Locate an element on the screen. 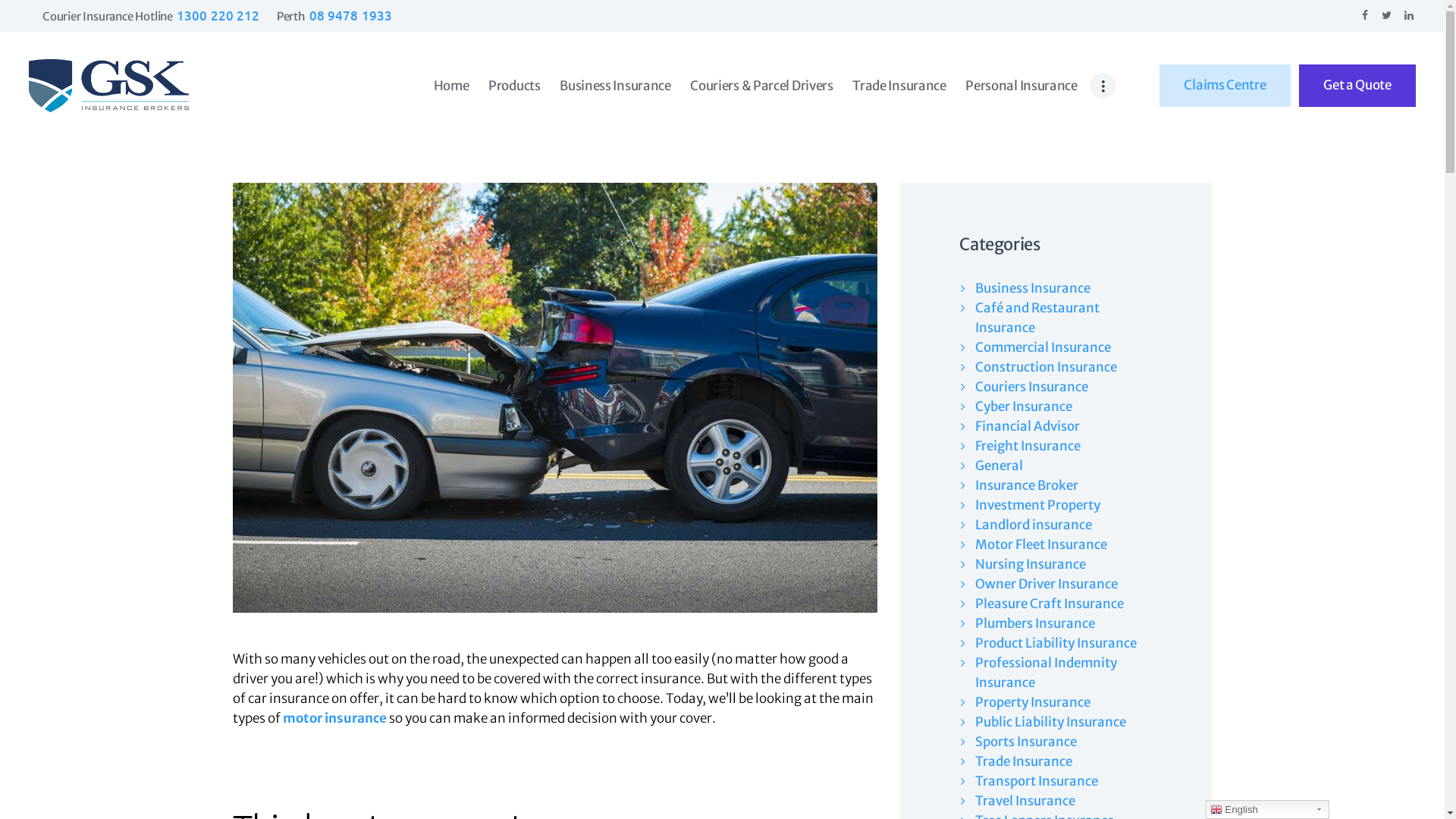 The height and width of the screenshot is (819, 1456). 'Investment Property' is located at coordinates (975, 505).